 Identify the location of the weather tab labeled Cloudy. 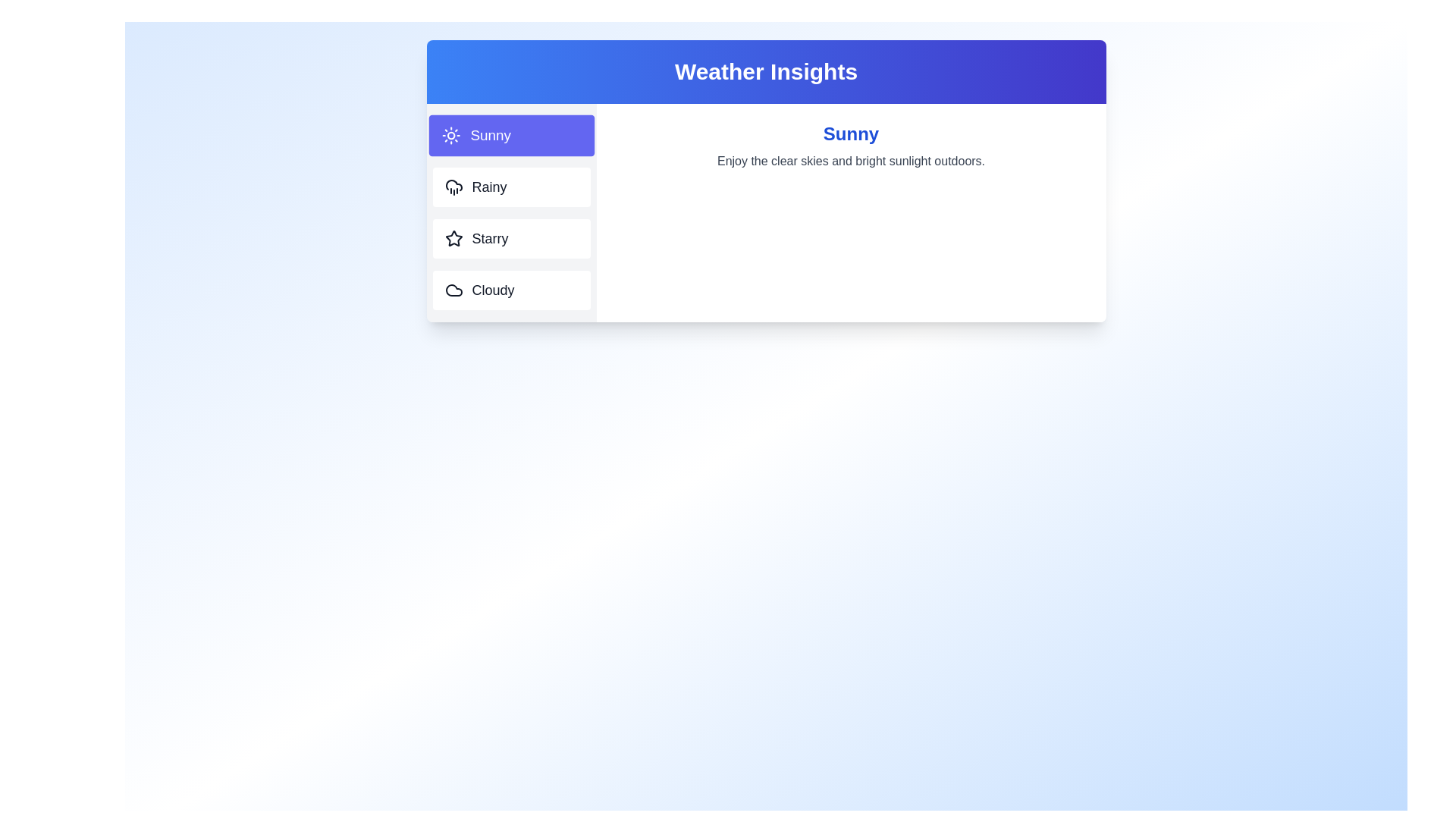
(511, 290).